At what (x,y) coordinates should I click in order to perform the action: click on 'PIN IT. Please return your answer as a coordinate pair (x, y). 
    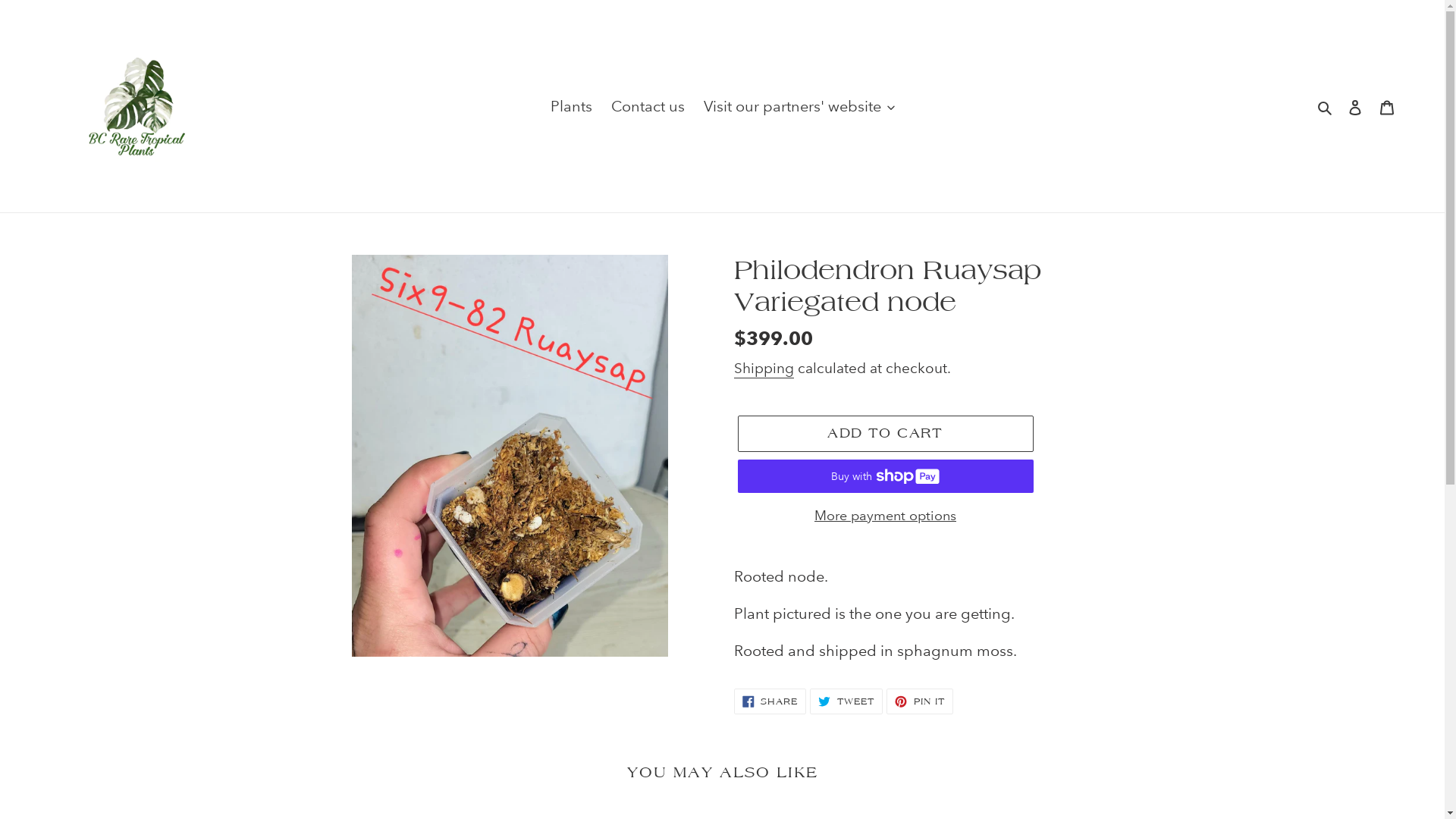
    Looking at the image, I should click on (919, 701).